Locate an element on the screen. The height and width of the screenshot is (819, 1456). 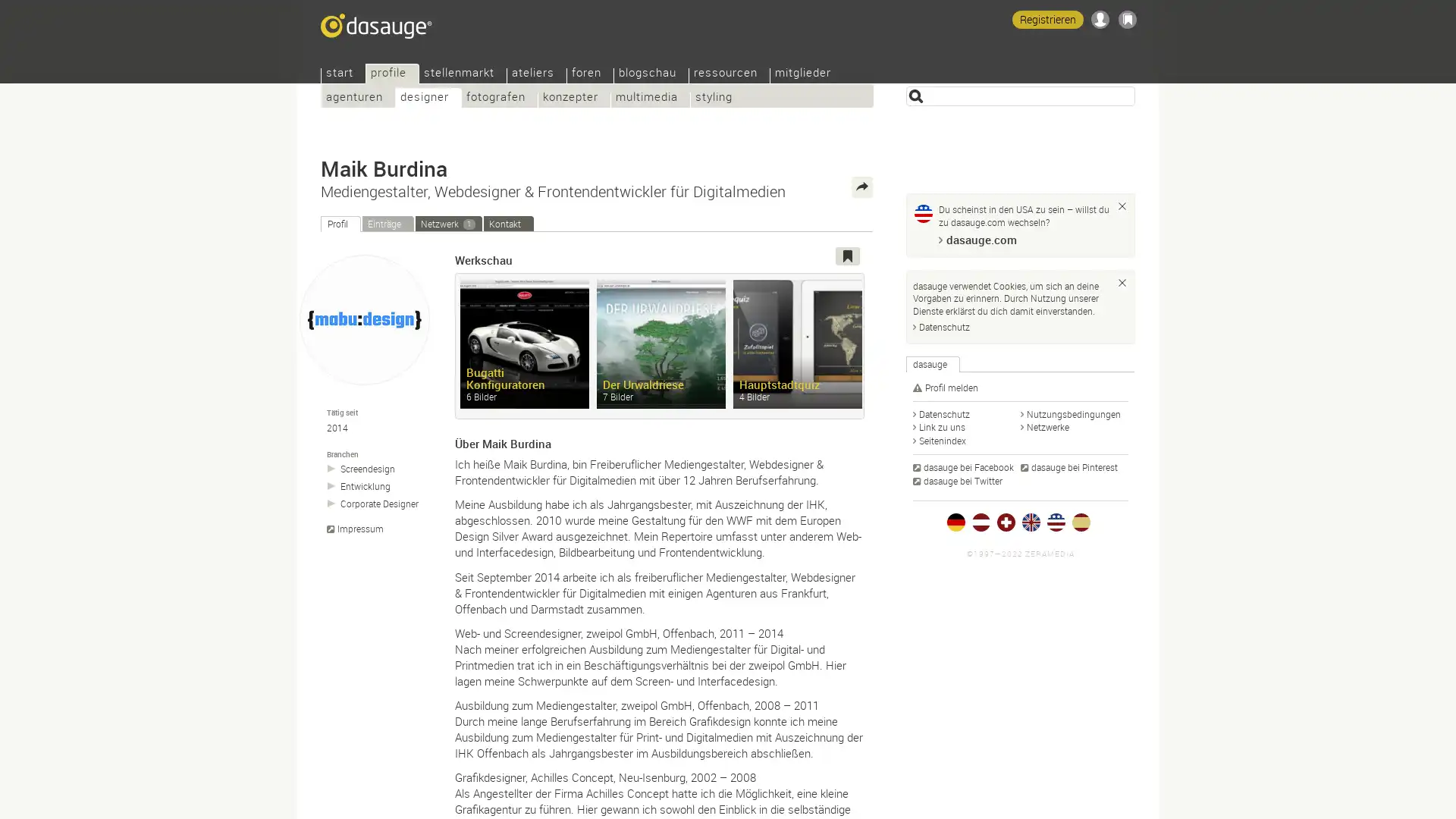
Auf den Merkzettel is located at coordinates (847, 256).